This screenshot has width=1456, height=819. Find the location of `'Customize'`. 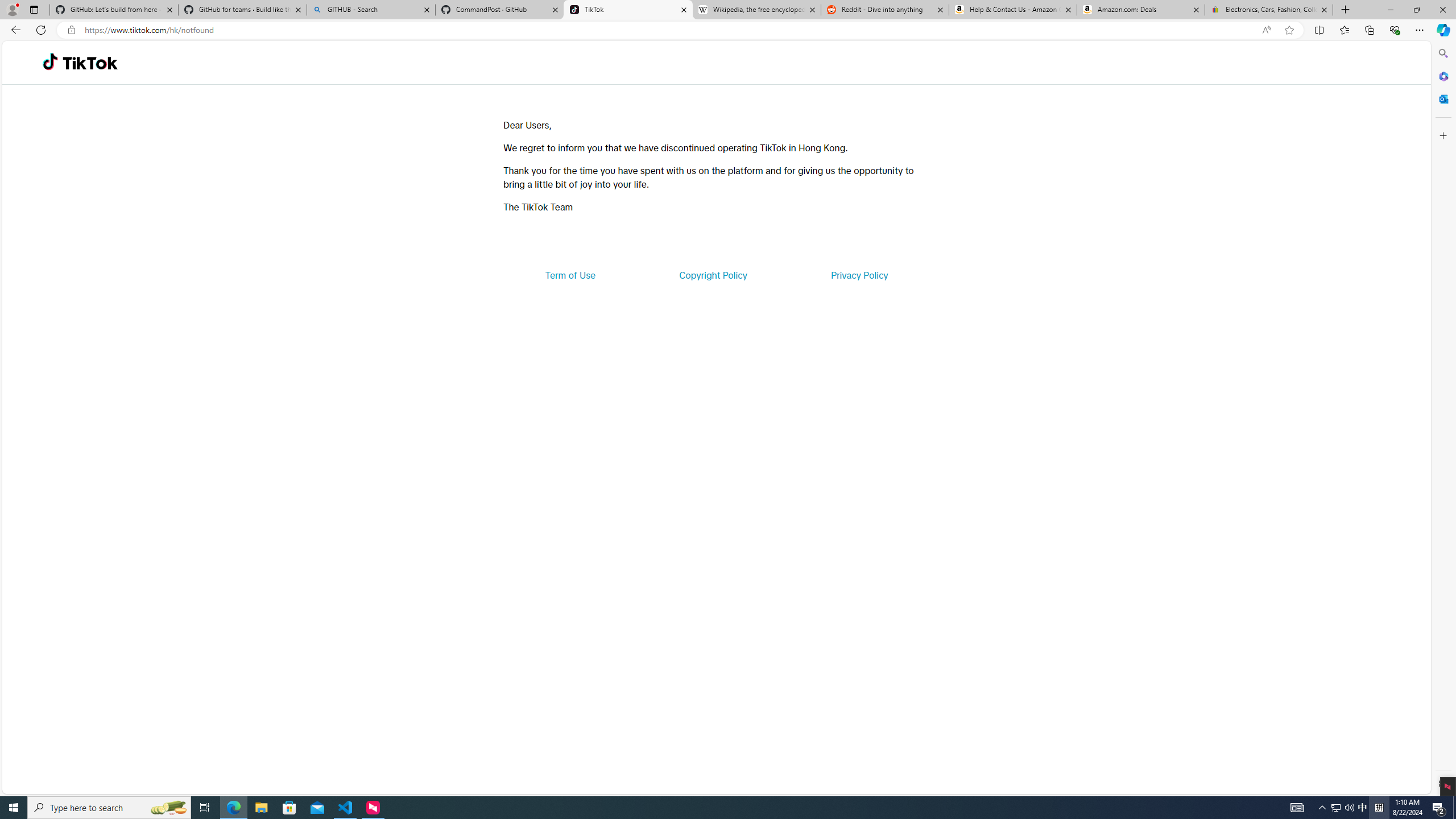

'Customize' is located at coordinates (1442, 135).